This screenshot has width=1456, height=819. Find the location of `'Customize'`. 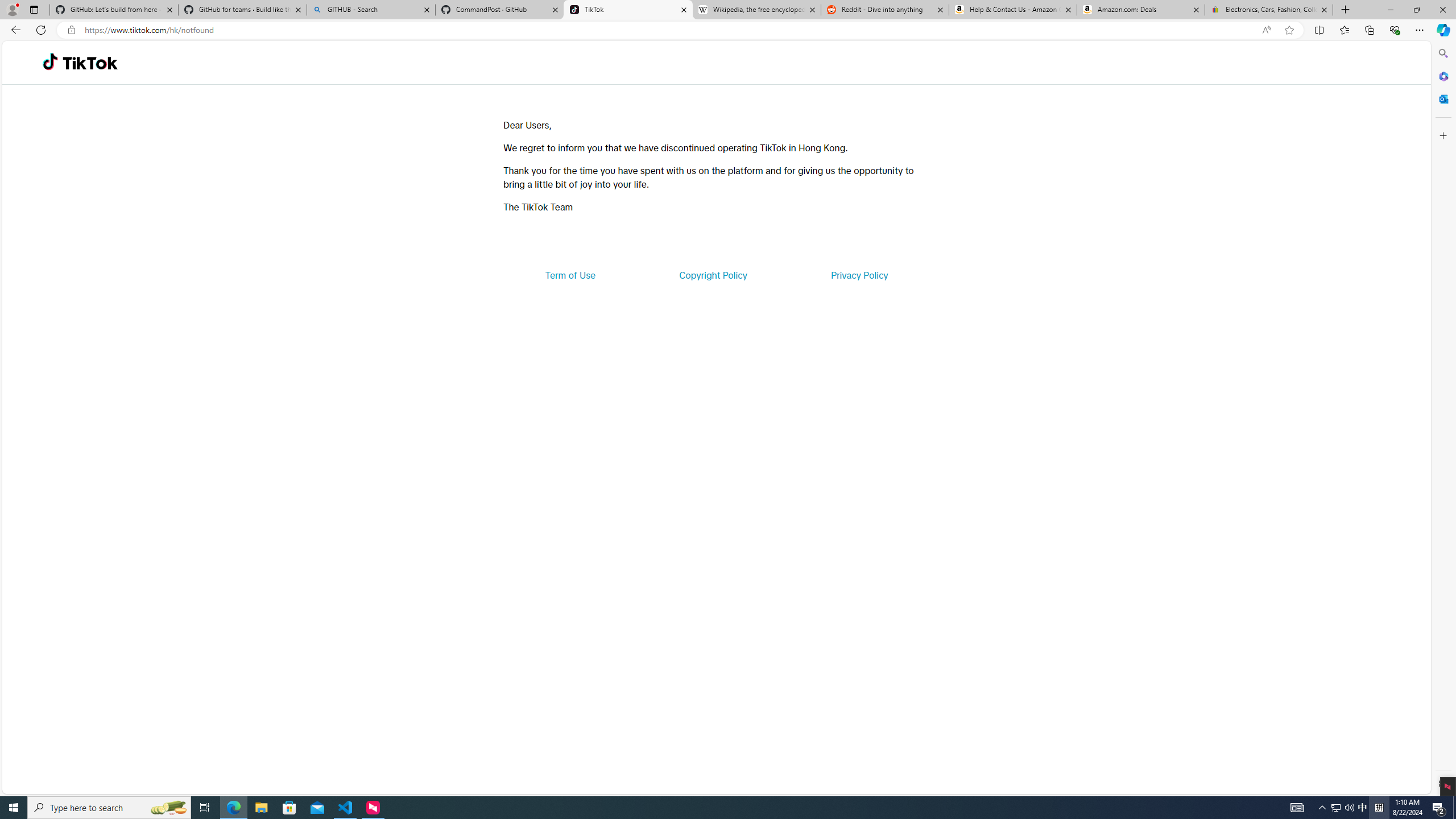

'Customize' is located at coordinates (1442, 135).